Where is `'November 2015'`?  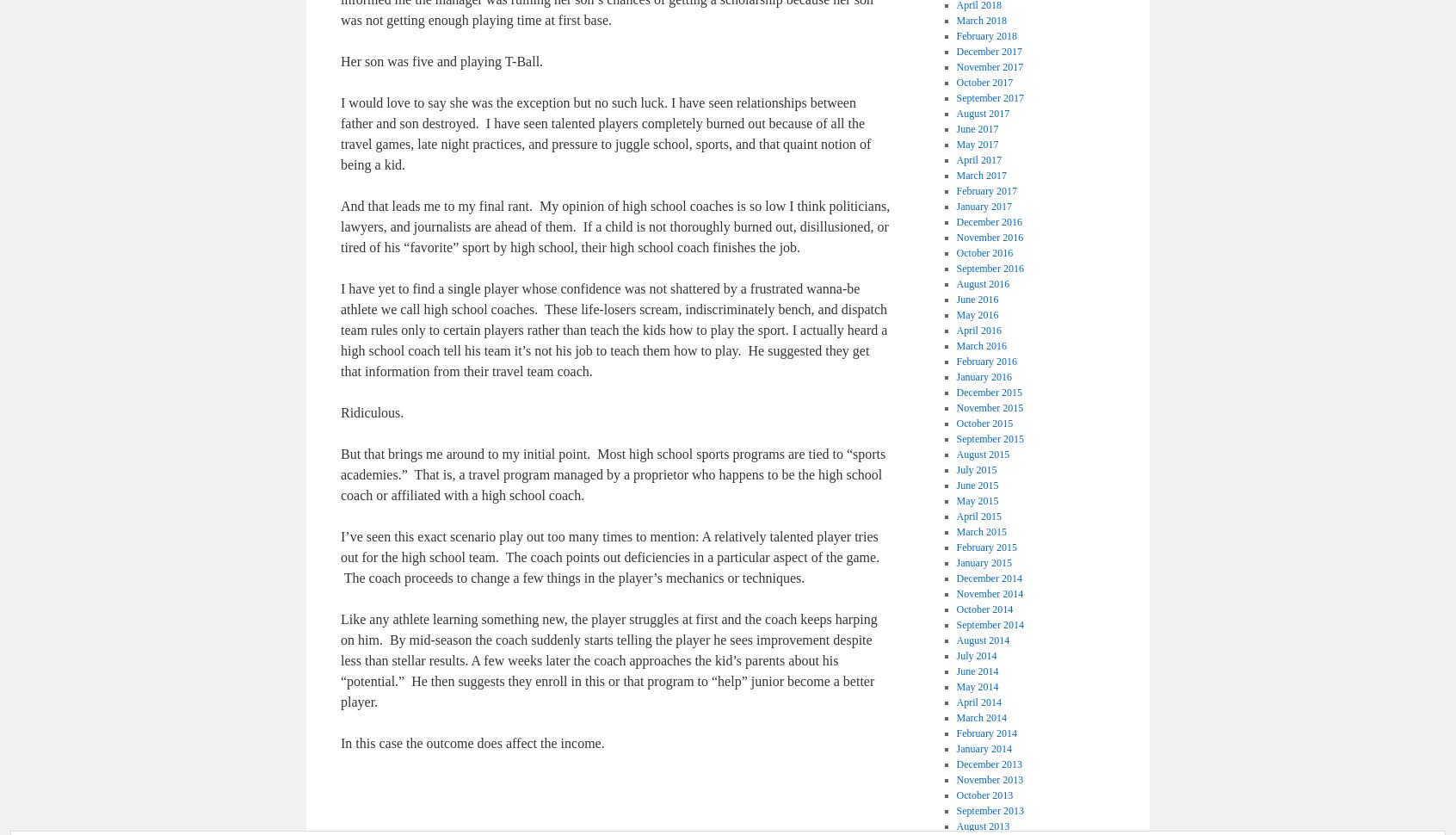
'November 2015' is located at coordinates (955, 407).